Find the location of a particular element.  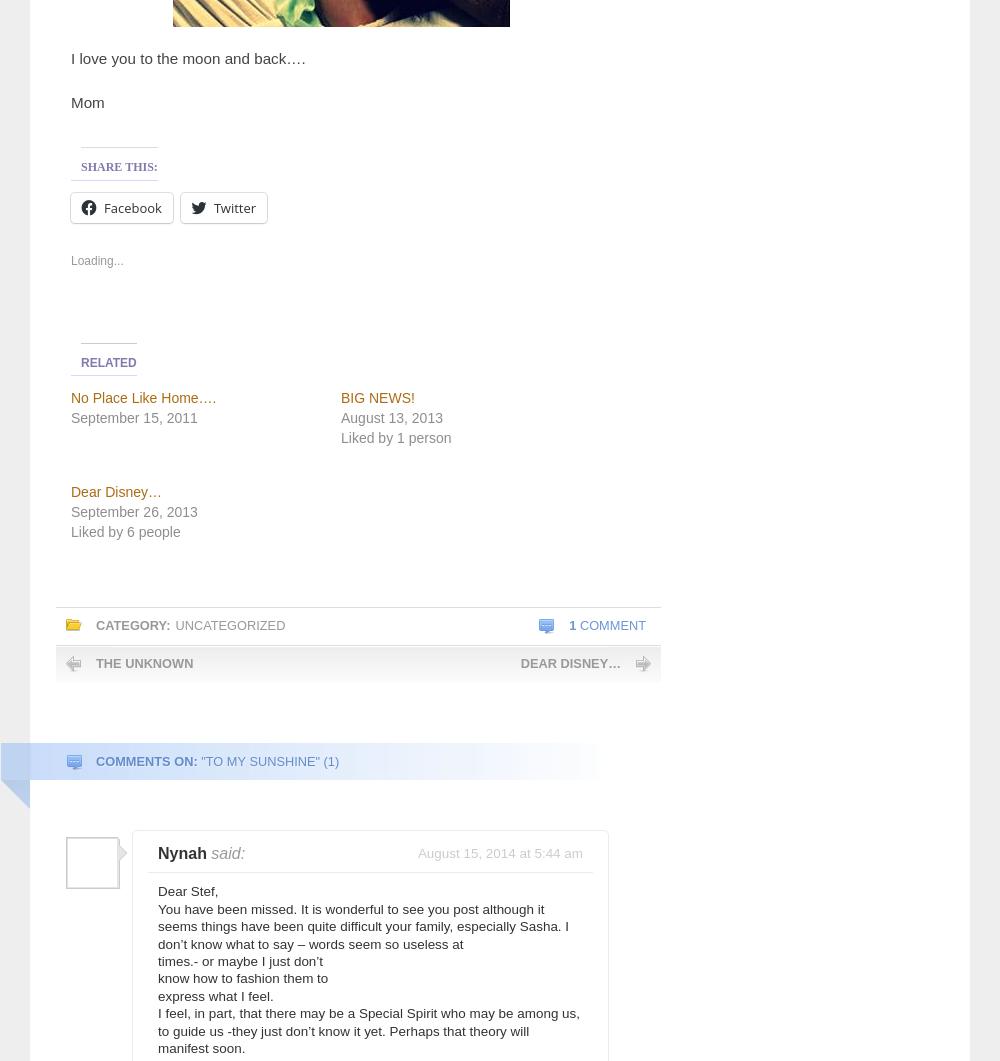

'Nynah' is located at coordinates (182, 853).